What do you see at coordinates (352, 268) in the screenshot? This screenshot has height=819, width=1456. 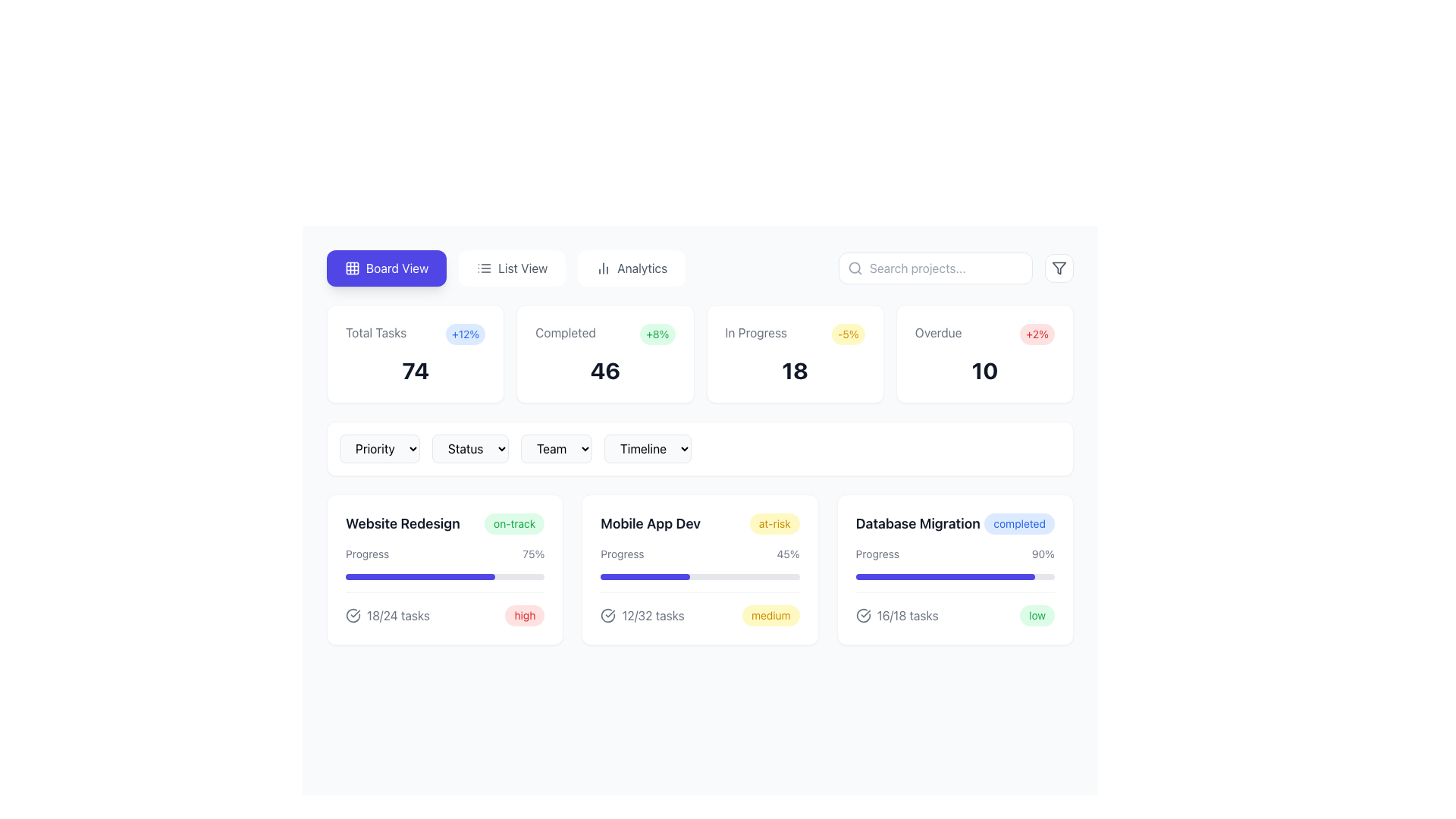 I see `the SVG grid icon, which is a 3x3 grid icon styled in white on a purple background, located within the 'Board View' button at the top-left corner of the interface` at bounding box center [352, 268].